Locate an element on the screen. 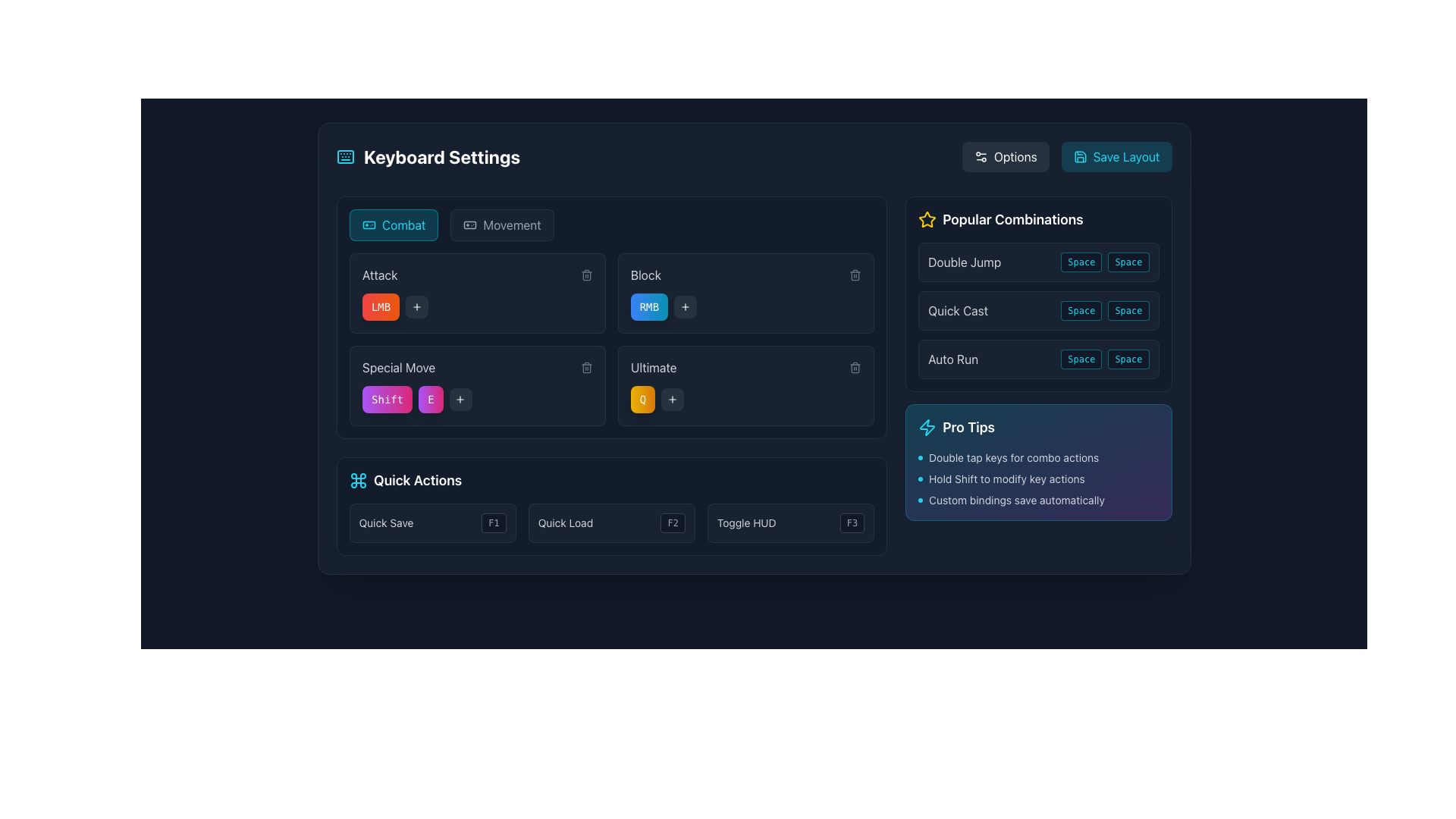 The image size is (1456, 819). the Icon representing the 'Quick Actions' section located at the bottom-left of the interface, near 'Quick Save', 'Quick Load', and 'Toggle HUD' is located at coordinates (357, 480).